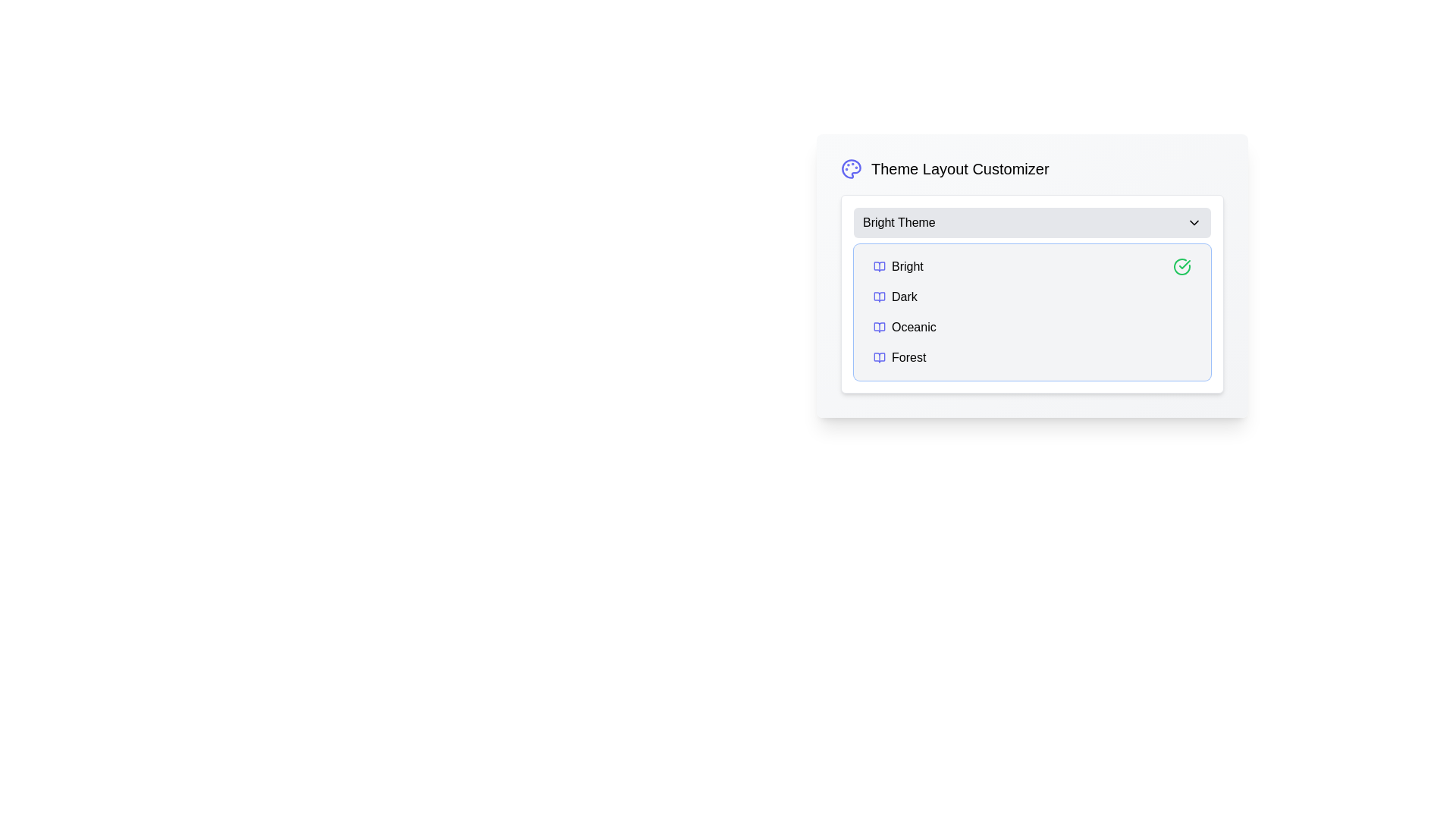  Describe the element at coordinates (880, 265) in the screenshot. I see `the 'Bright' theme selection icon located to the left of the 'Bright' option in the Theme Layout Customizer` at that location.